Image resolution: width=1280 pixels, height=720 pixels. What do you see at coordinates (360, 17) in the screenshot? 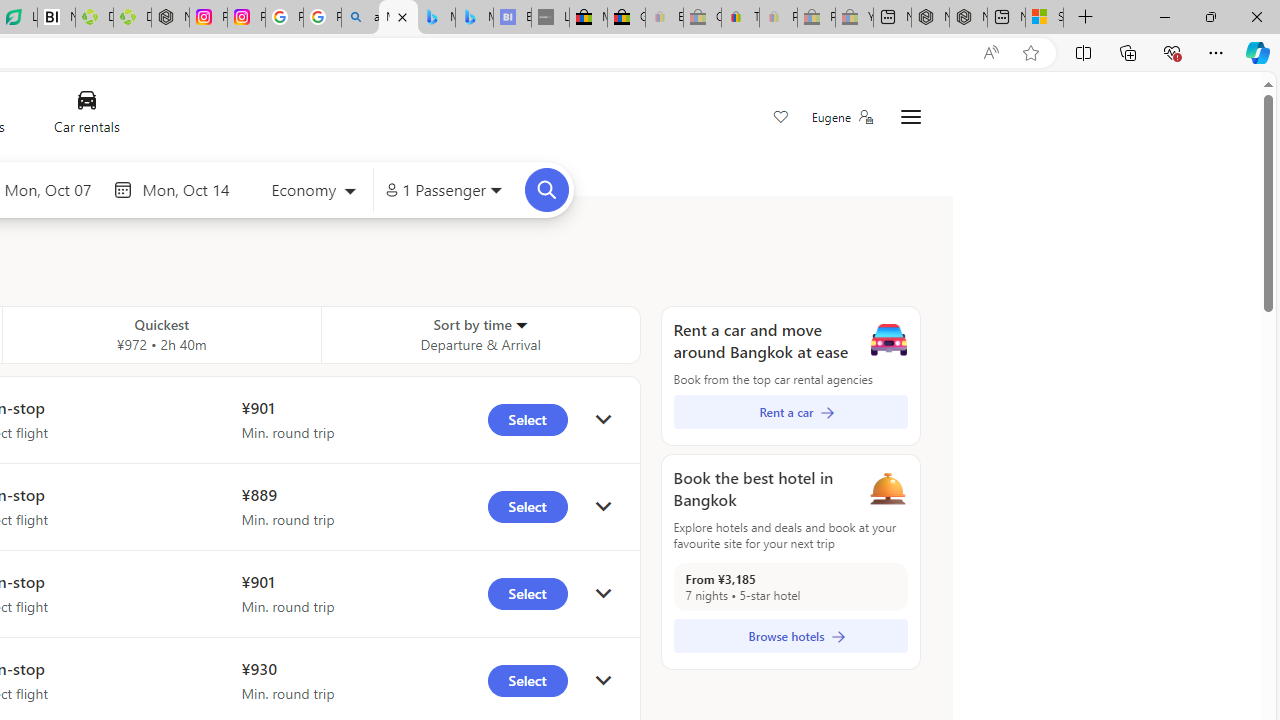
I see `'alabama high school quarterback dies - Search'` at bounding box center [360, 17].